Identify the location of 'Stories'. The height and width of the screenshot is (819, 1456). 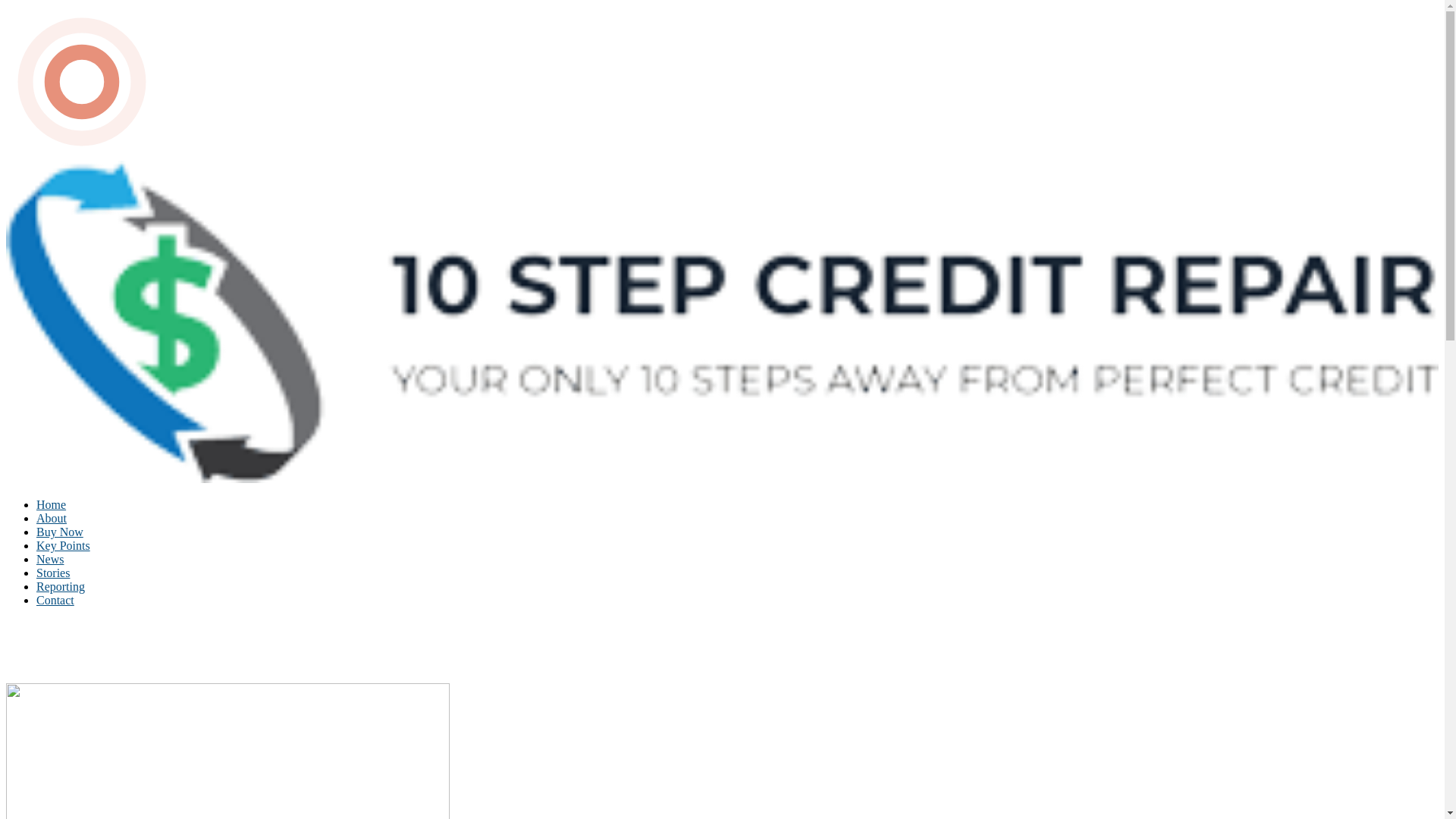
(53, 573).